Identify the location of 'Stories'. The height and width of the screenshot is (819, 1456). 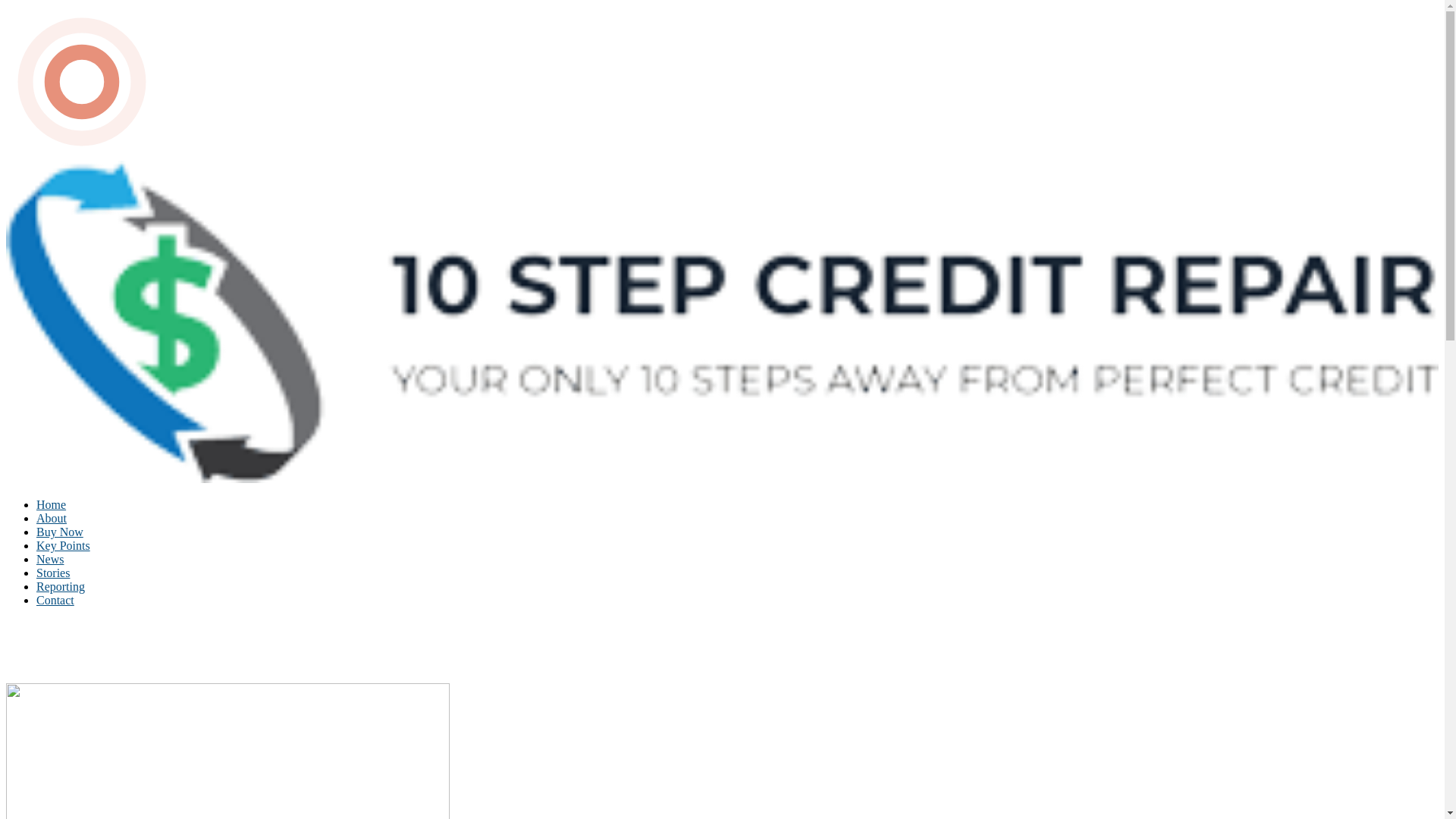
(53, 573).